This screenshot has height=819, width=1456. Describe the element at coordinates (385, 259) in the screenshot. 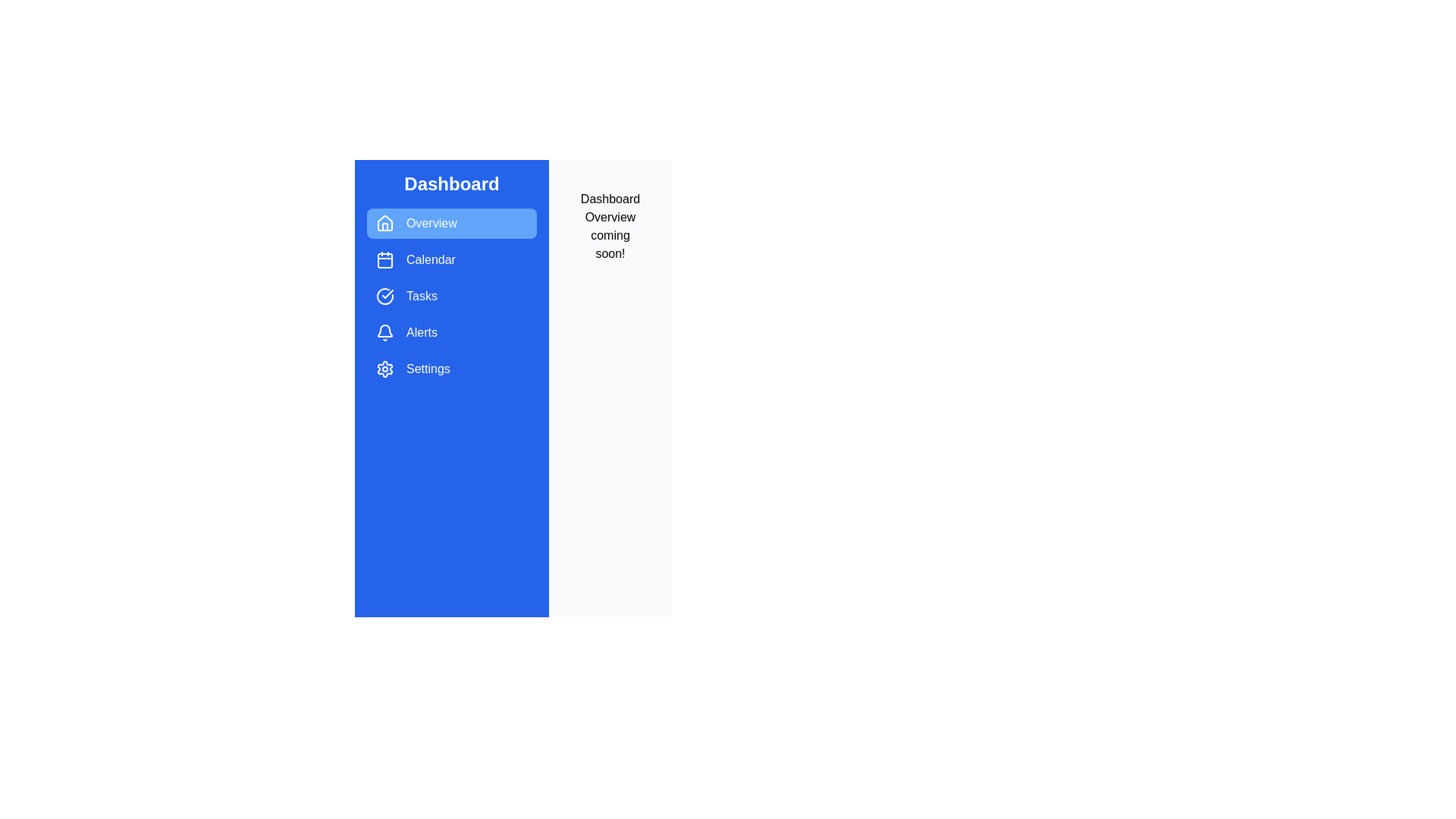

I see `the SVG rectangle element with rounded corners, which is located within the calendar icon` at that location.